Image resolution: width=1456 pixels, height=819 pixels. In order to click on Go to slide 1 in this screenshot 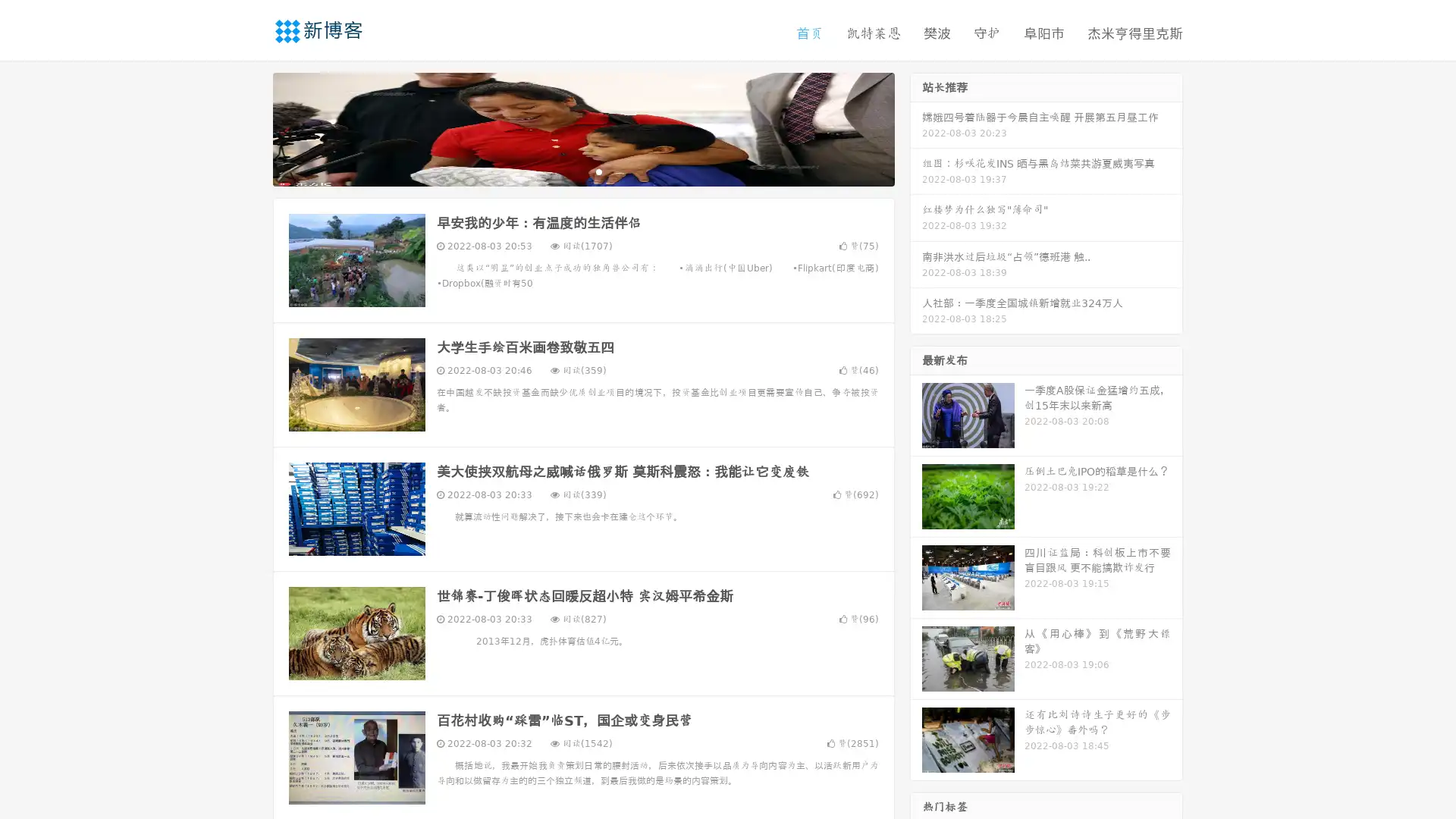, I will do `click(567, 171)`.